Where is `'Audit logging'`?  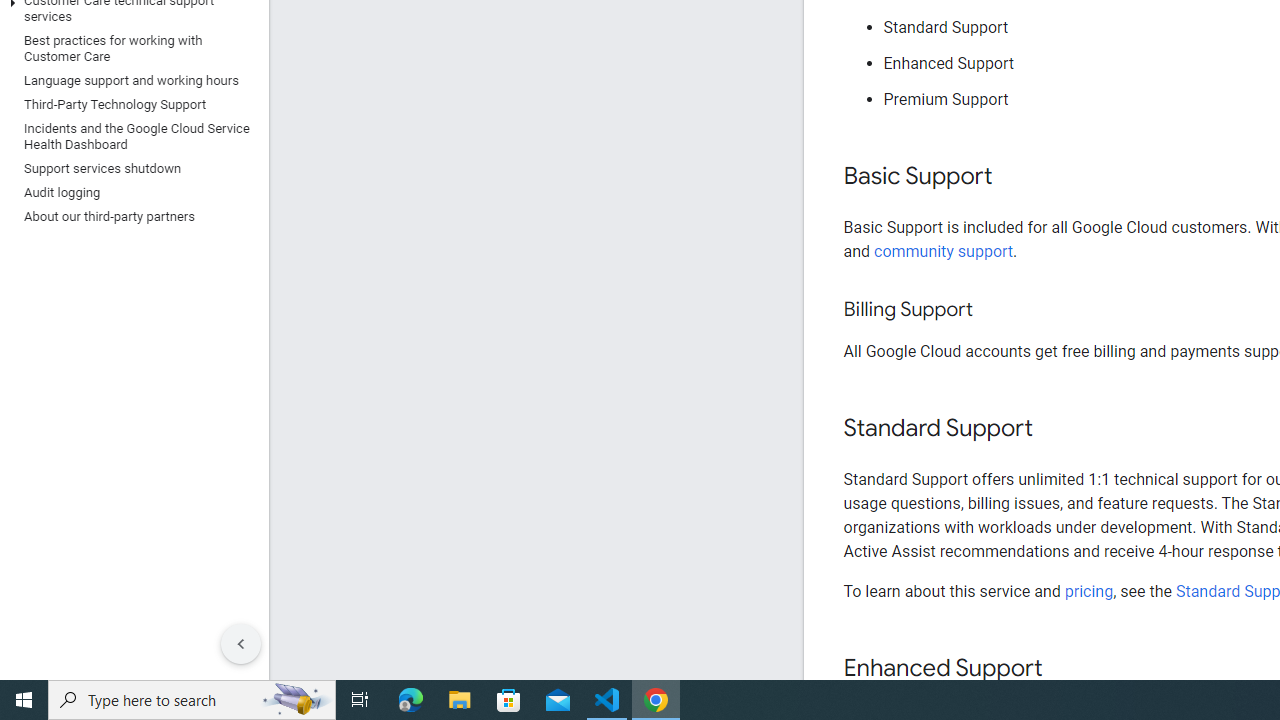 'Audit logging' is located at coordinates (129, 192).